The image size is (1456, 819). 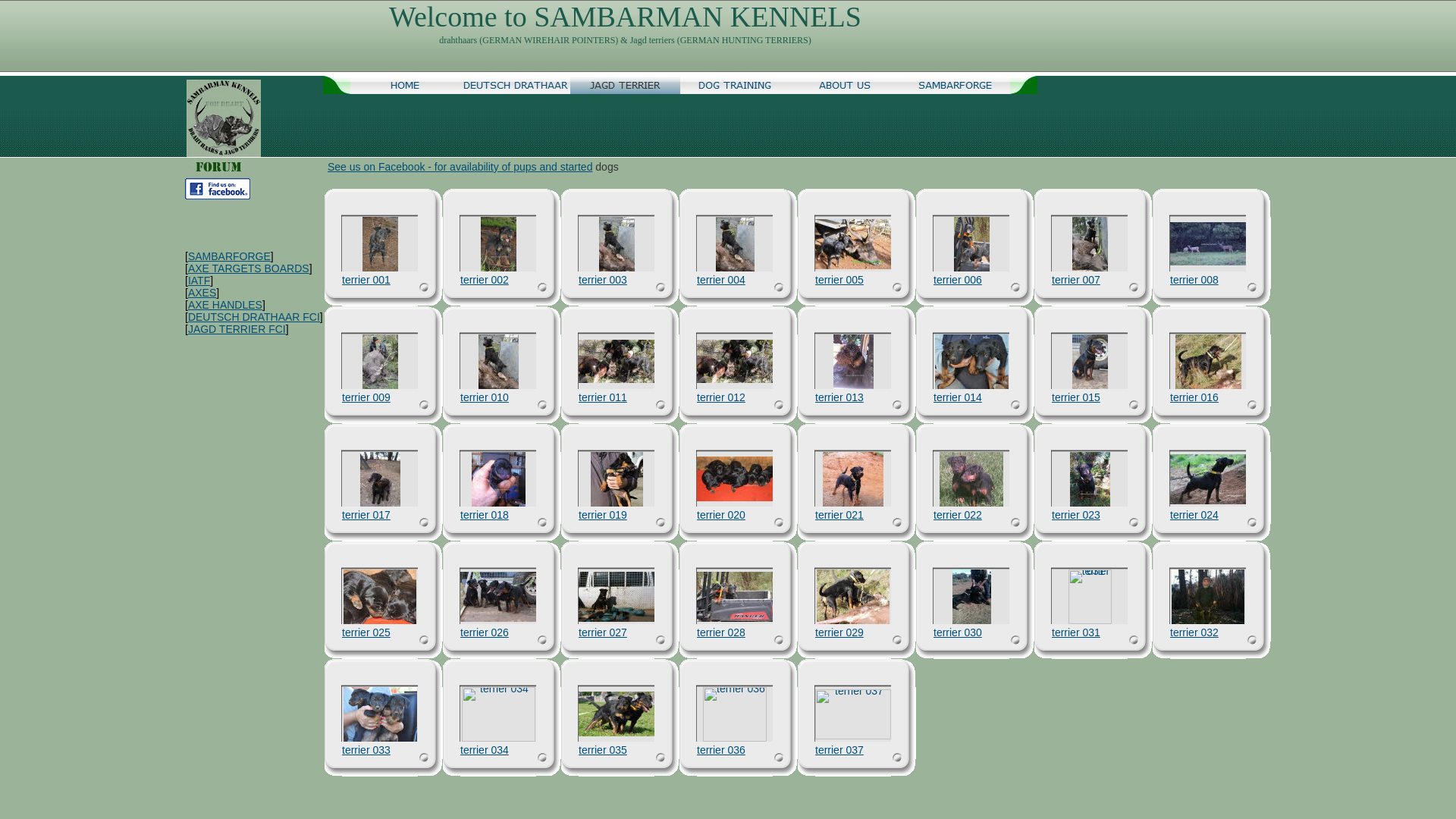 I want to click on 'terrier 024', so click(x=1207, y=479).